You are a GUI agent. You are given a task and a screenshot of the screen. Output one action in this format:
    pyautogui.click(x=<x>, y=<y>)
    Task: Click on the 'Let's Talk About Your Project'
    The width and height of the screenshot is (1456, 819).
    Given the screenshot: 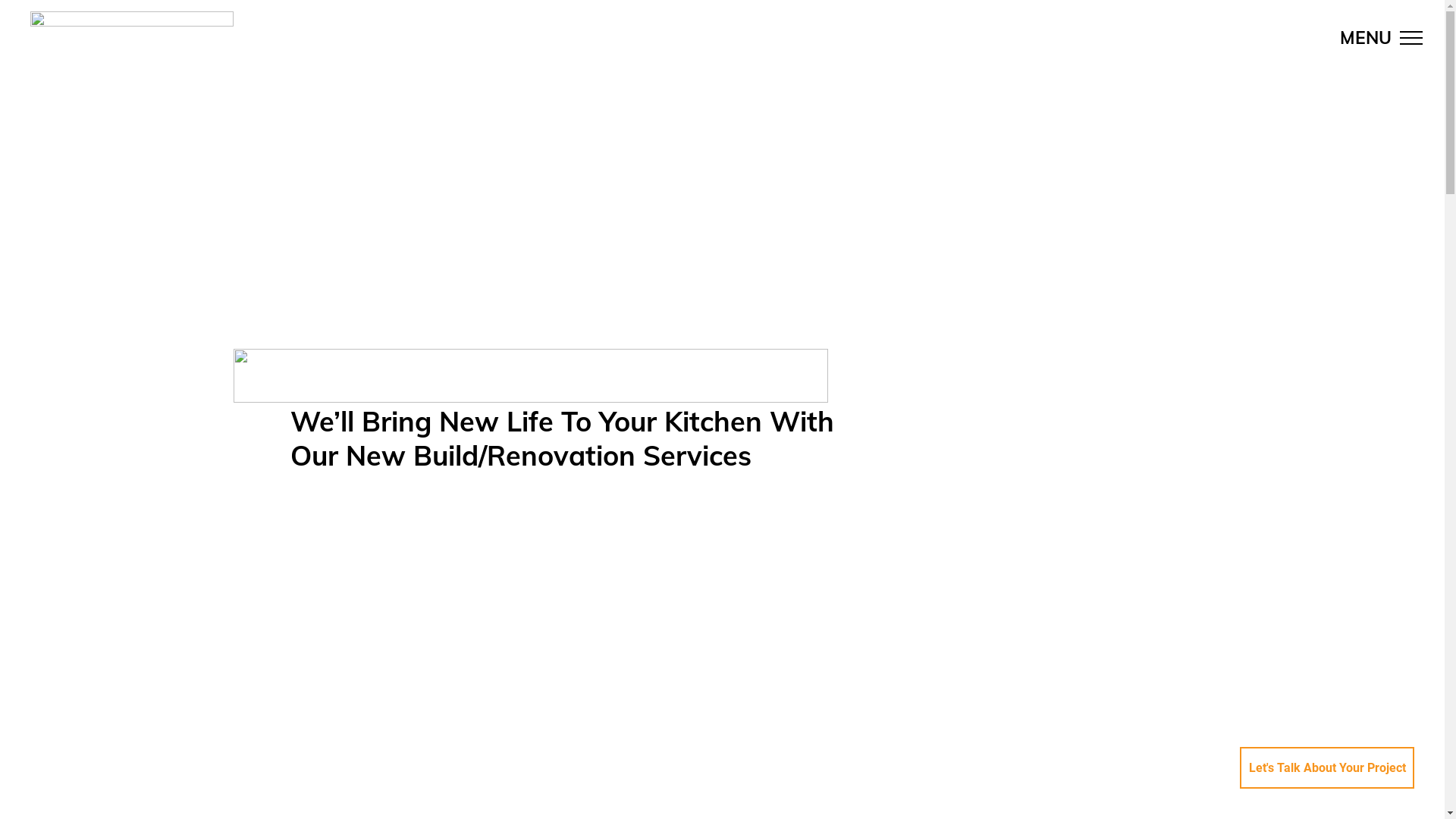 What is the action you would take?
    pyautogui.click(x=1326, y=767)
    